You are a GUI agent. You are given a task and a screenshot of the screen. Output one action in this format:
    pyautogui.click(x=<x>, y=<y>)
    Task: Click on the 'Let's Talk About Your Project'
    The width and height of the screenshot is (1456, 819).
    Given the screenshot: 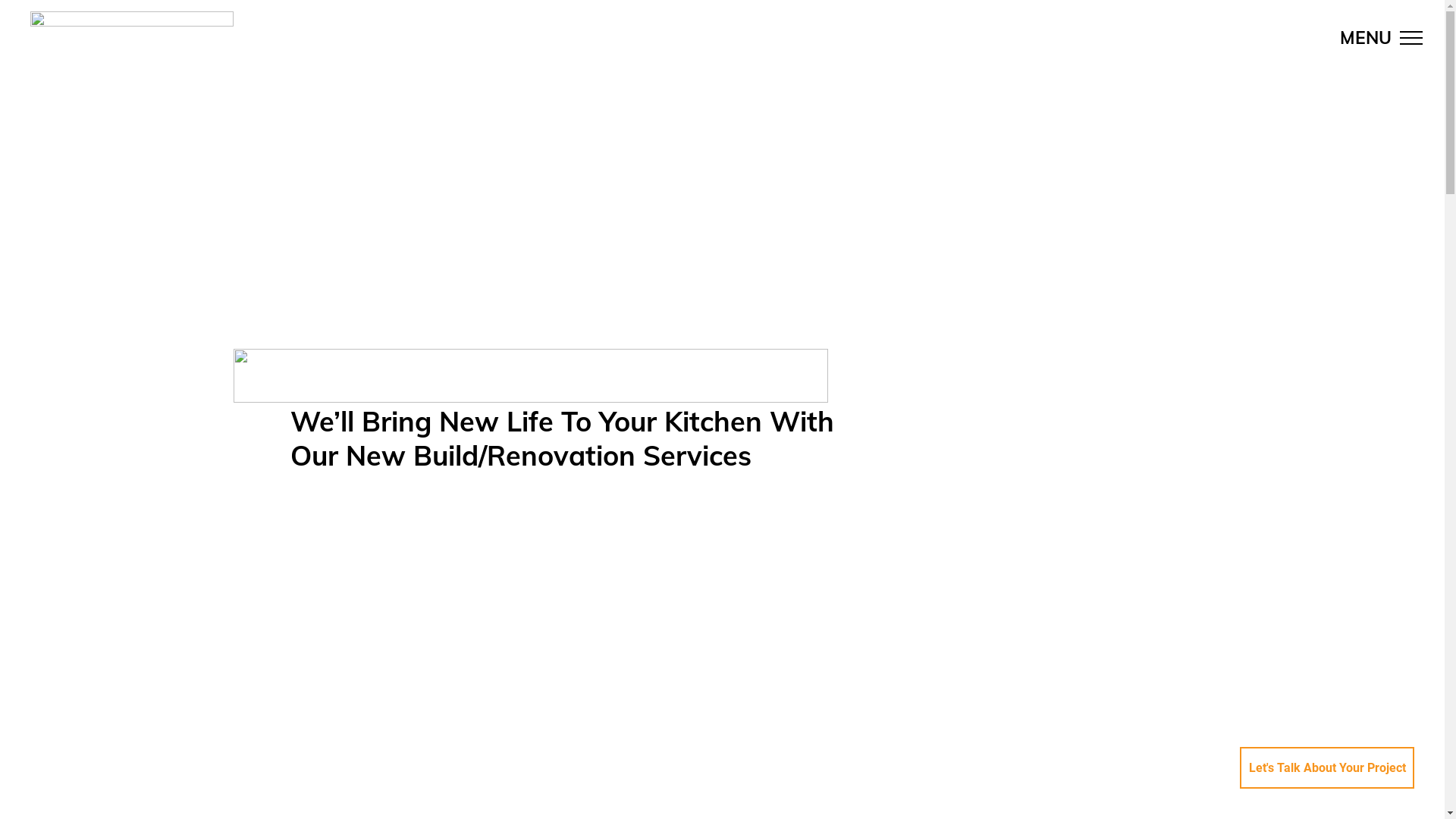 What is the action you would take?
    pyautogui.click(x=1326, y=767)
    